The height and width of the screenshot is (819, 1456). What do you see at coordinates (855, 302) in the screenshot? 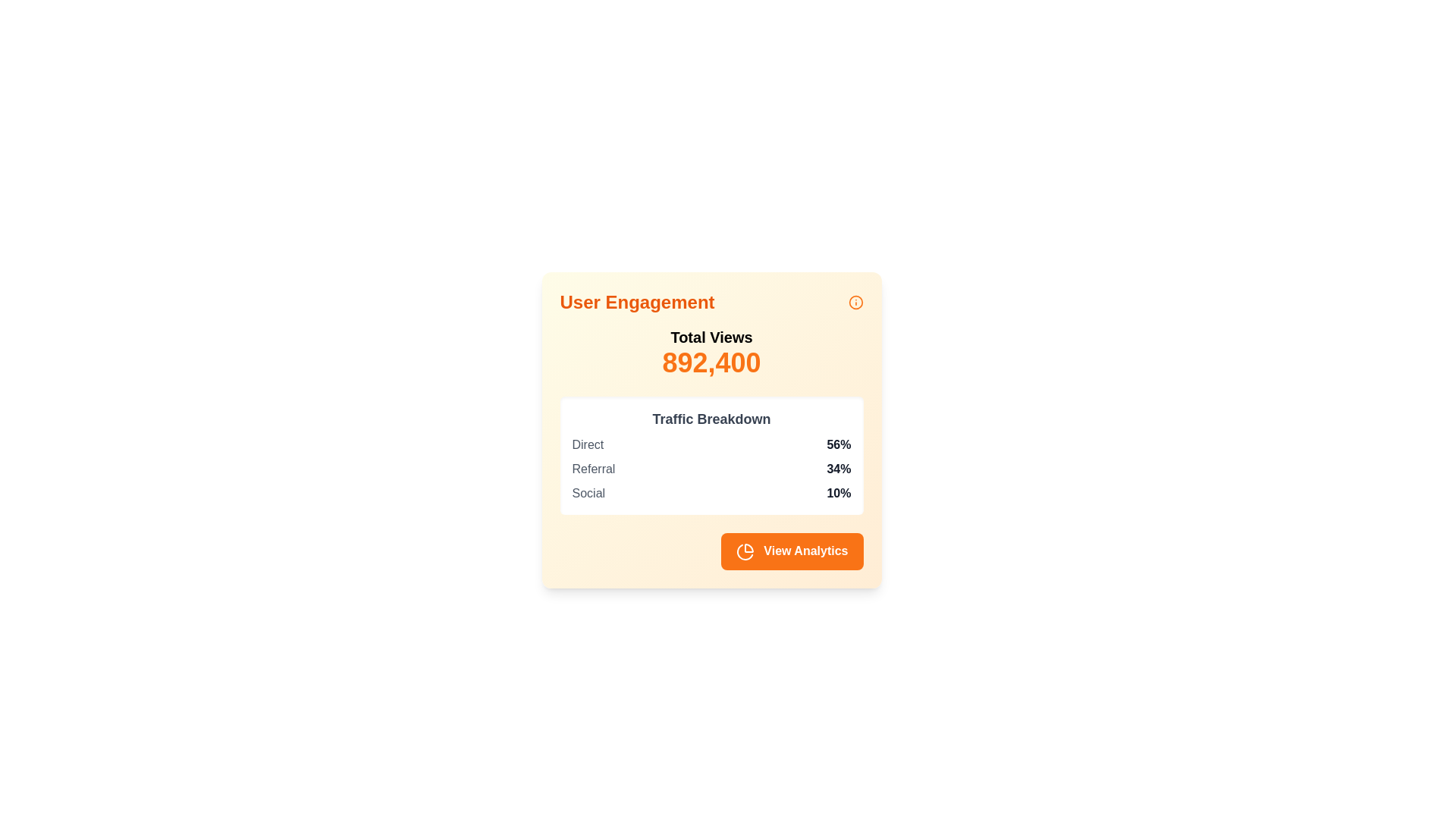
I see `the circular orange icon with an 'i' symbol, located in the top-right of the 'User Engagement' panel` at bounding box center [855, 302].